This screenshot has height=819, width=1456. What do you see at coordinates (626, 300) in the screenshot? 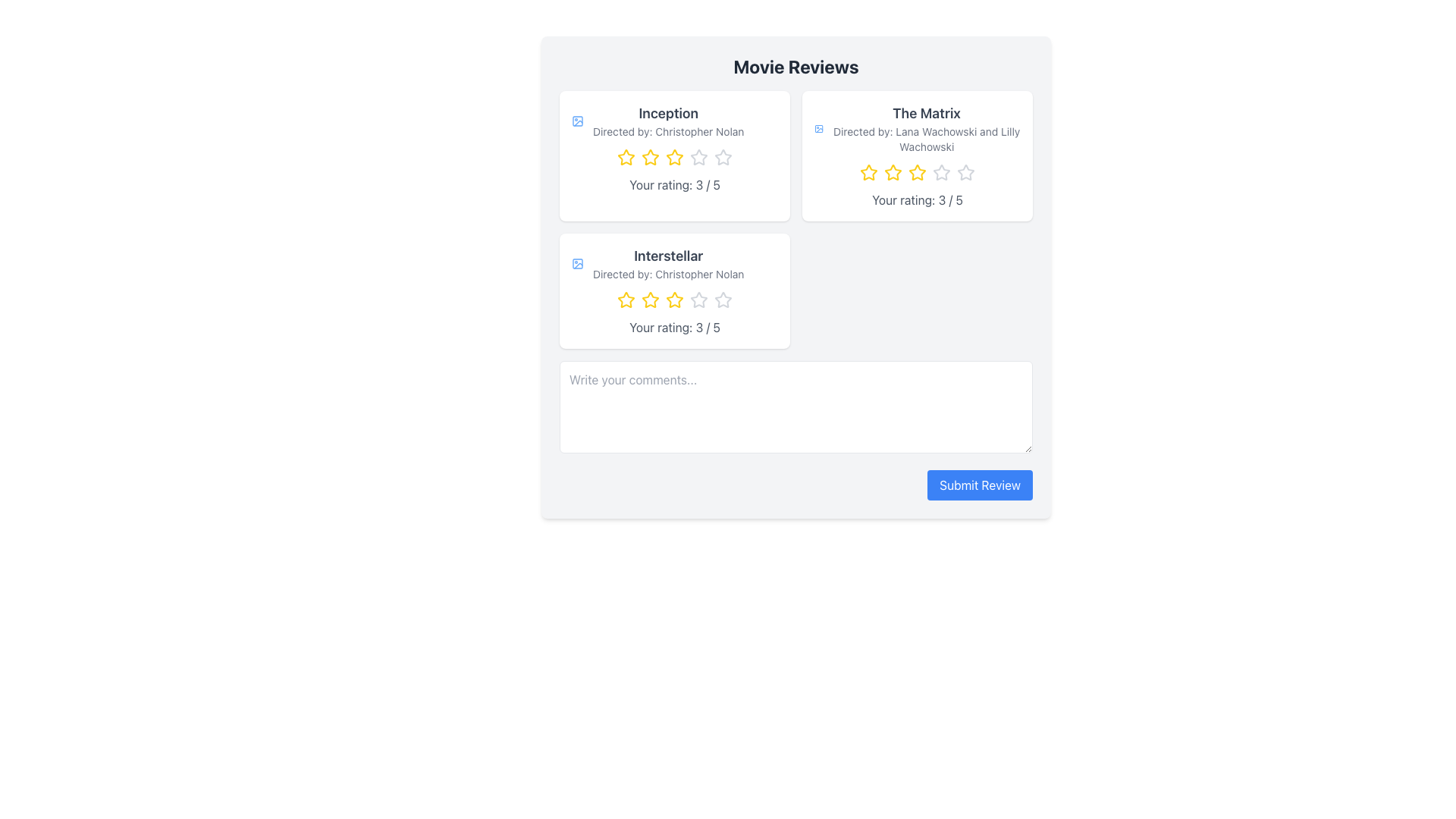
I see `the first star icon in the rating row for the movie 'Interstellar'` at bounding box center [626, 300].